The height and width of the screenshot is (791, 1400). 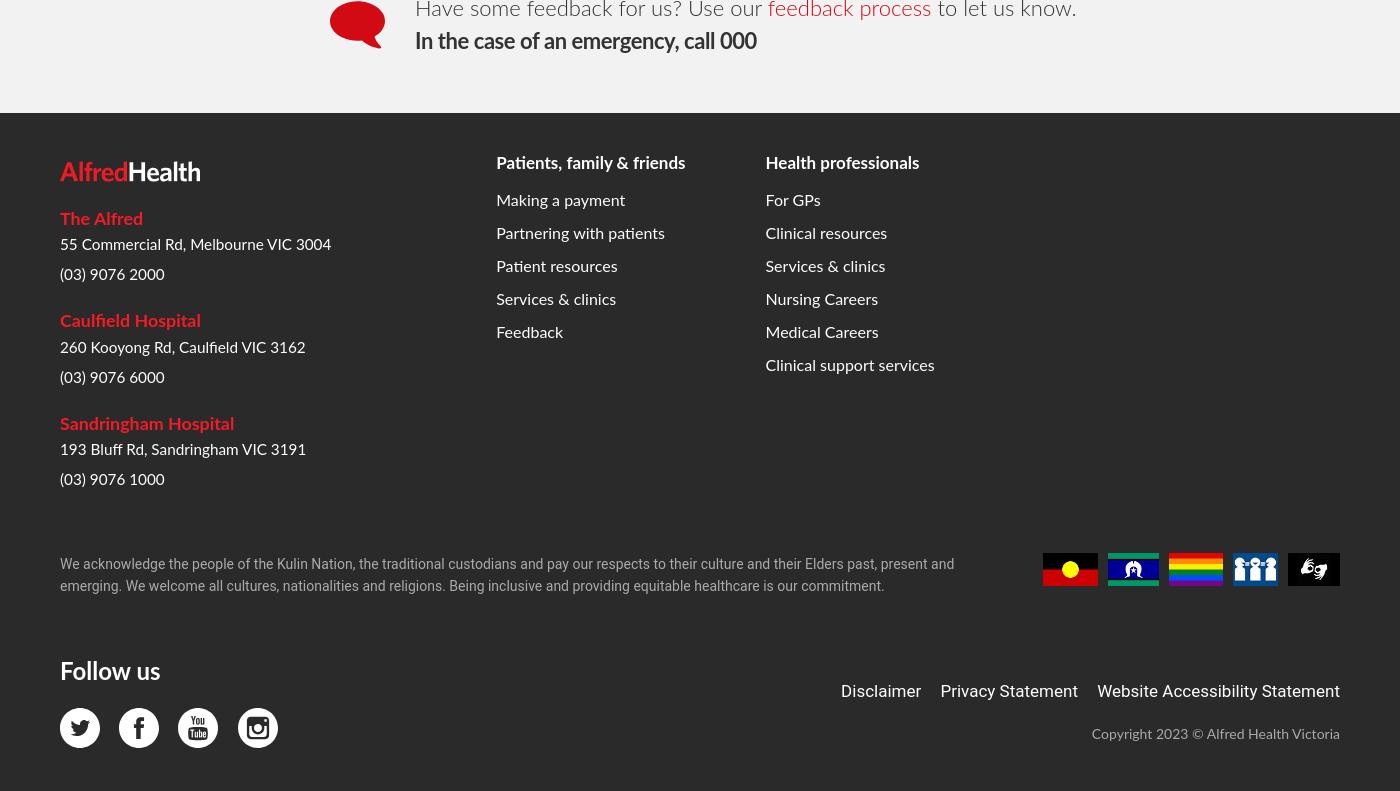 What do you see at coordinates (881, 366) in the screenshot?
I see `'Disclaimer'` at bounding box center [881, 366].